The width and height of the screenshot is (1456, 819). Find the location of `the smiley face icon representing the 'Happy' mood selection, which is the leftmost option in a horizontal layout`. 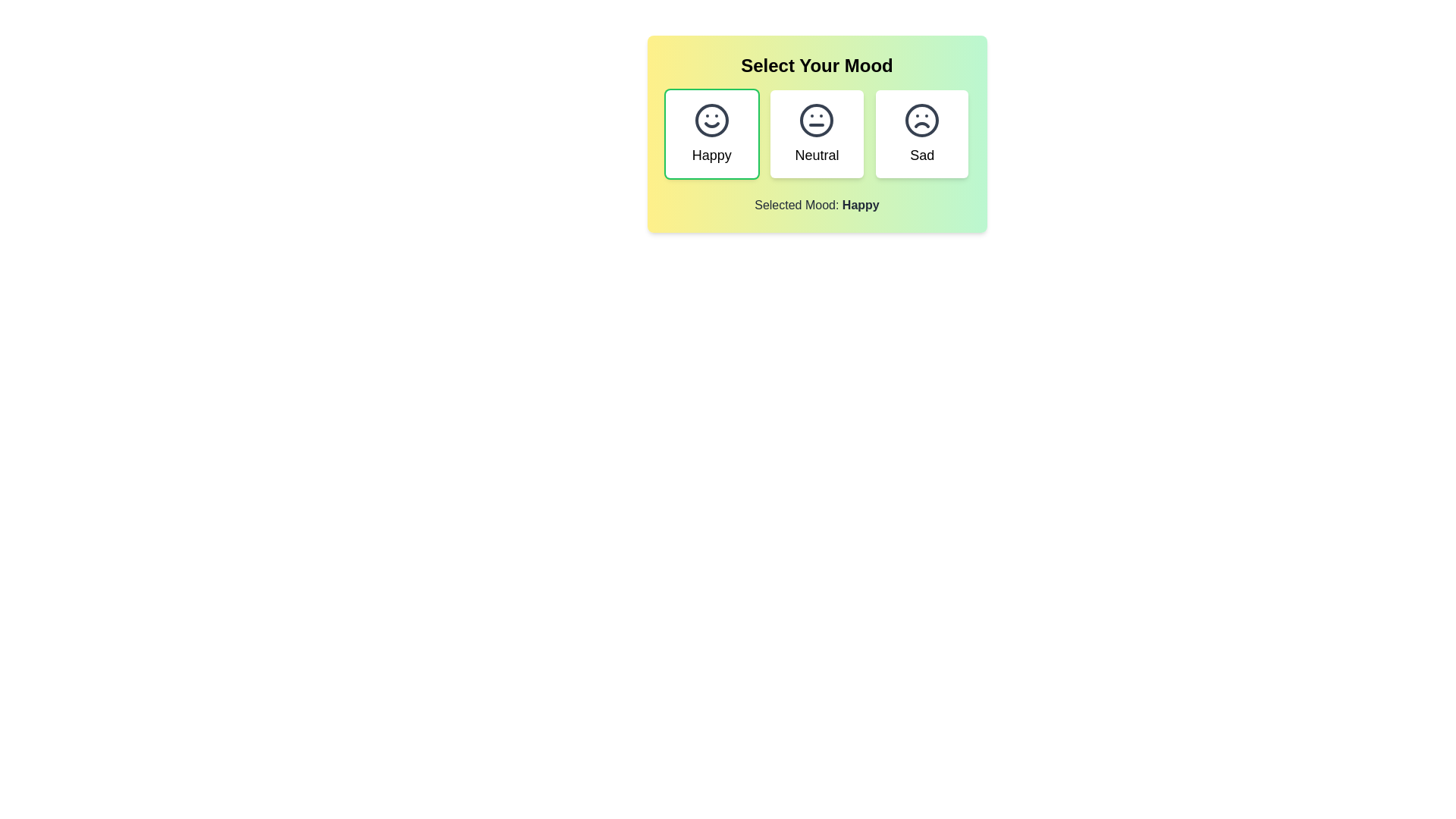

the smiley face icon representing the 'Happy' mood selection, which is the leftmost option in a horizontal layout is located at coordinates (711, 119).